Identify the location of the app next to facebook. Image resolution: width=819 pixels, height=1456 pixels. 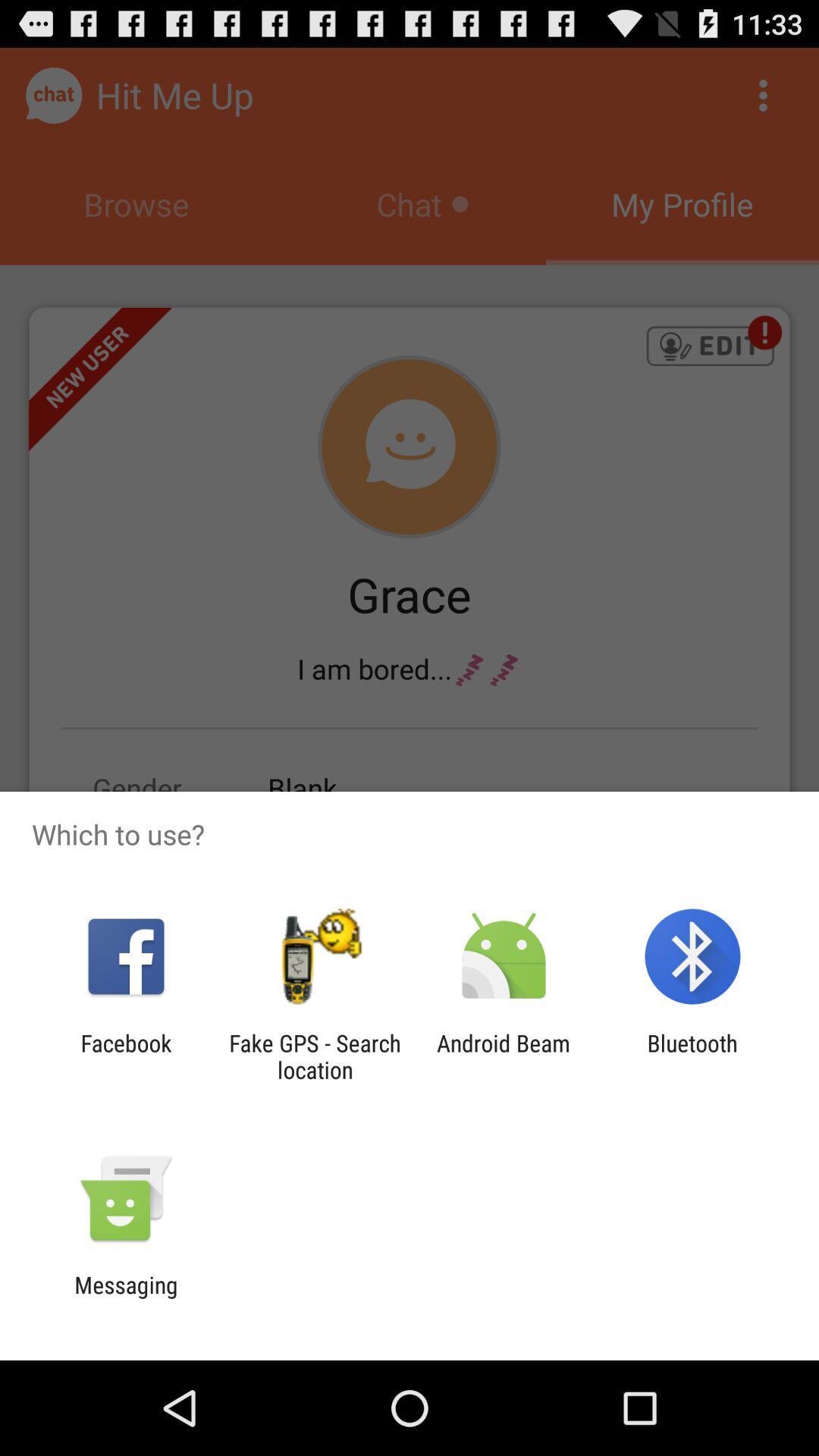
(314, 1056).